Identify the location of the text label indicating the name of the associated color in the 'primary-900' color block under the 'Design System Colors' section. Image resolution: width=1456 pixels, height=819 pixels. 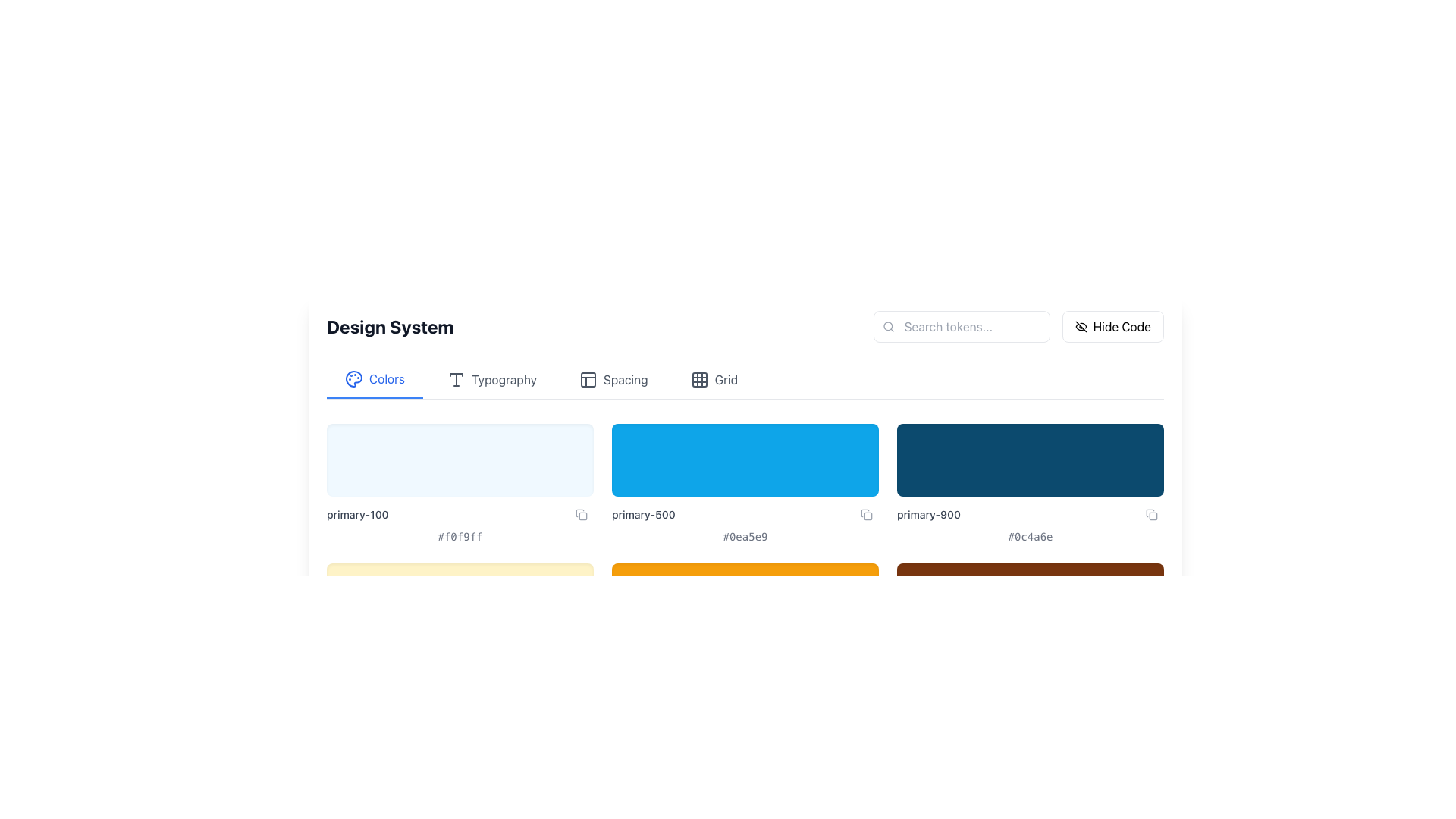
(927, 513).